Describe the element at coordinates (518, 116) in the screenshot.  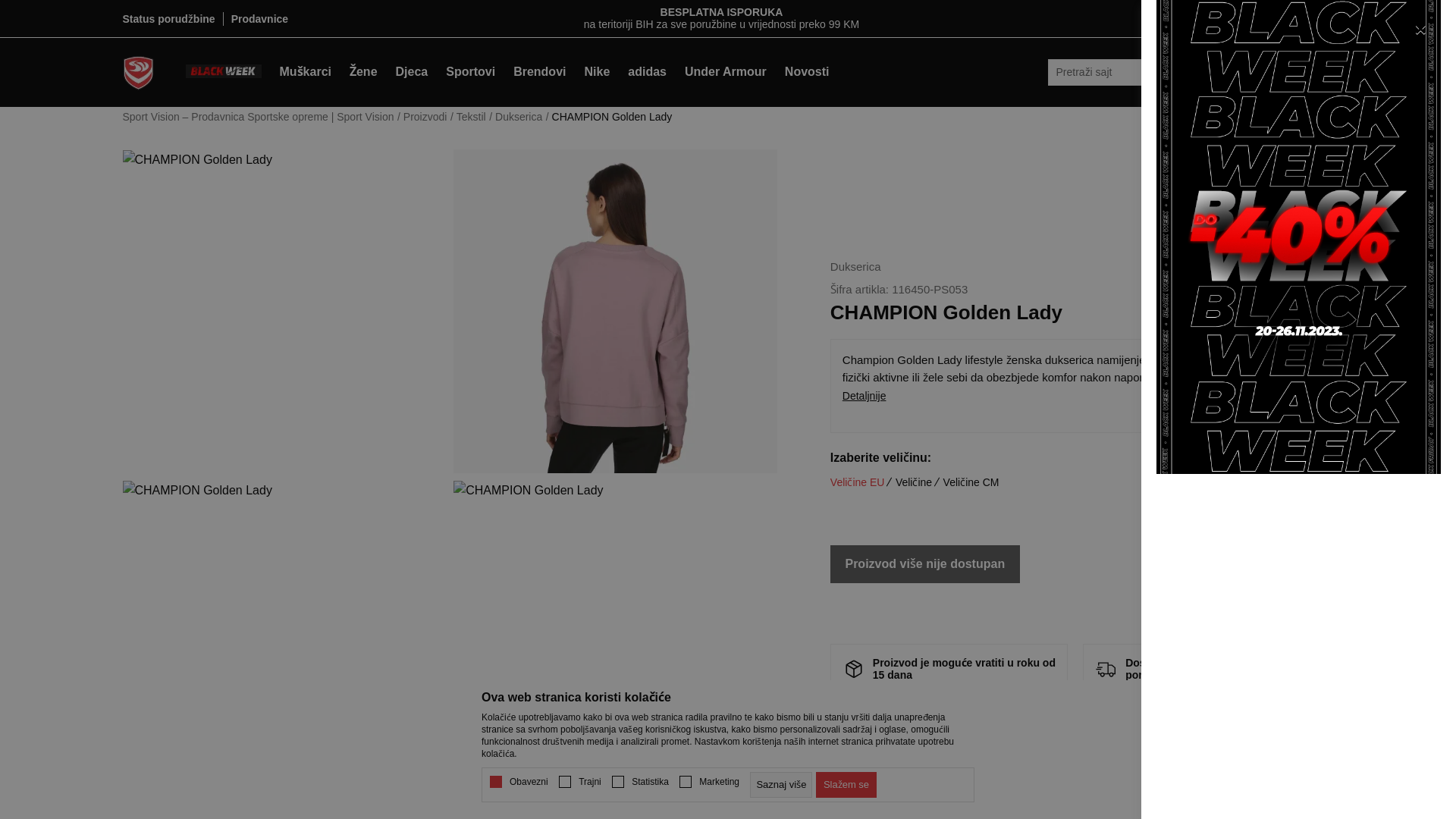
I see `'Dukserica'` at that location.